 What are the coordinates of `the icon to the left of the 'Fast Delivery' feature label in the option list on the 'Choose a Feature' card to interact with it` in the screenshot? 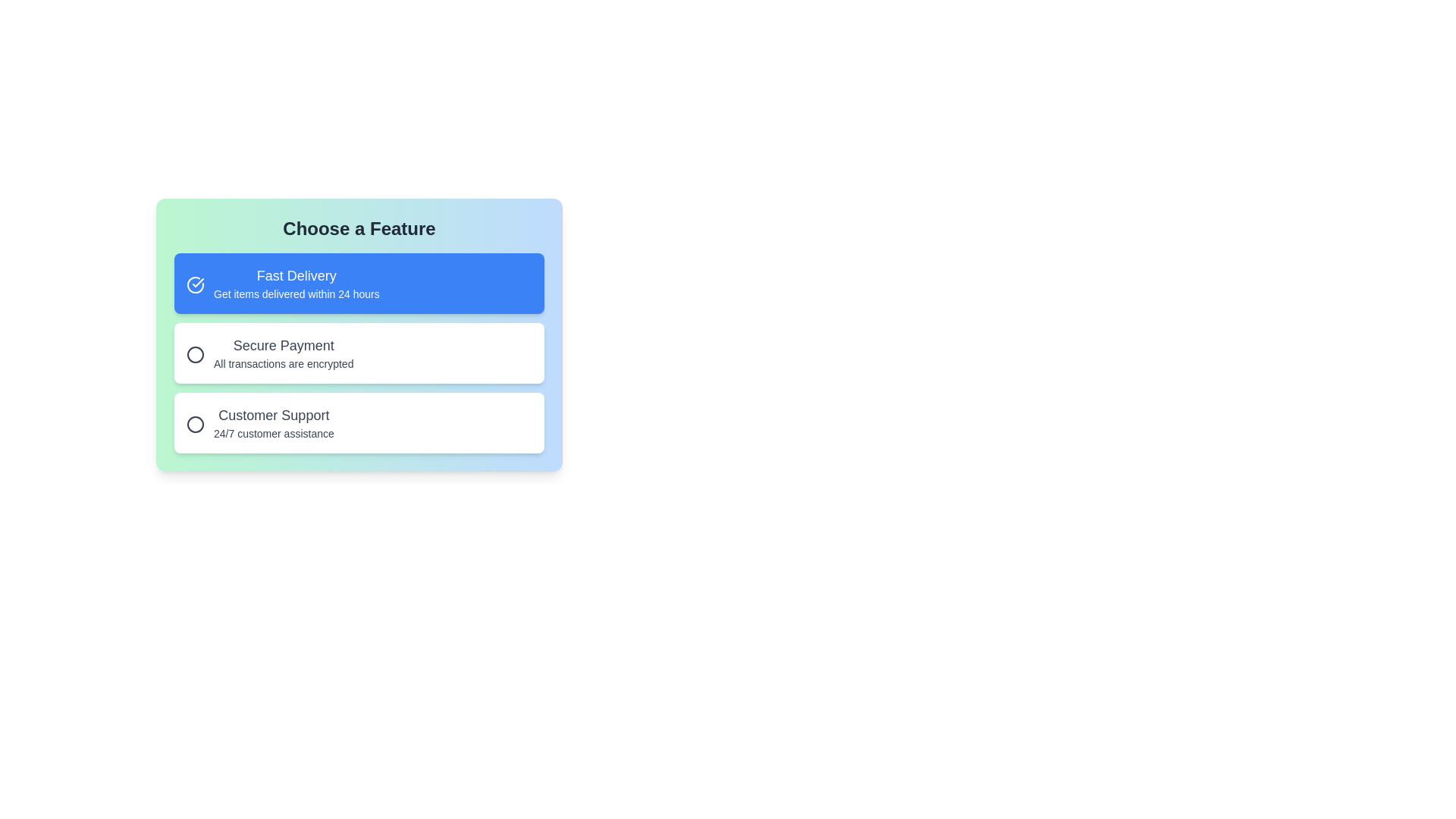 It's located at (195, 284).